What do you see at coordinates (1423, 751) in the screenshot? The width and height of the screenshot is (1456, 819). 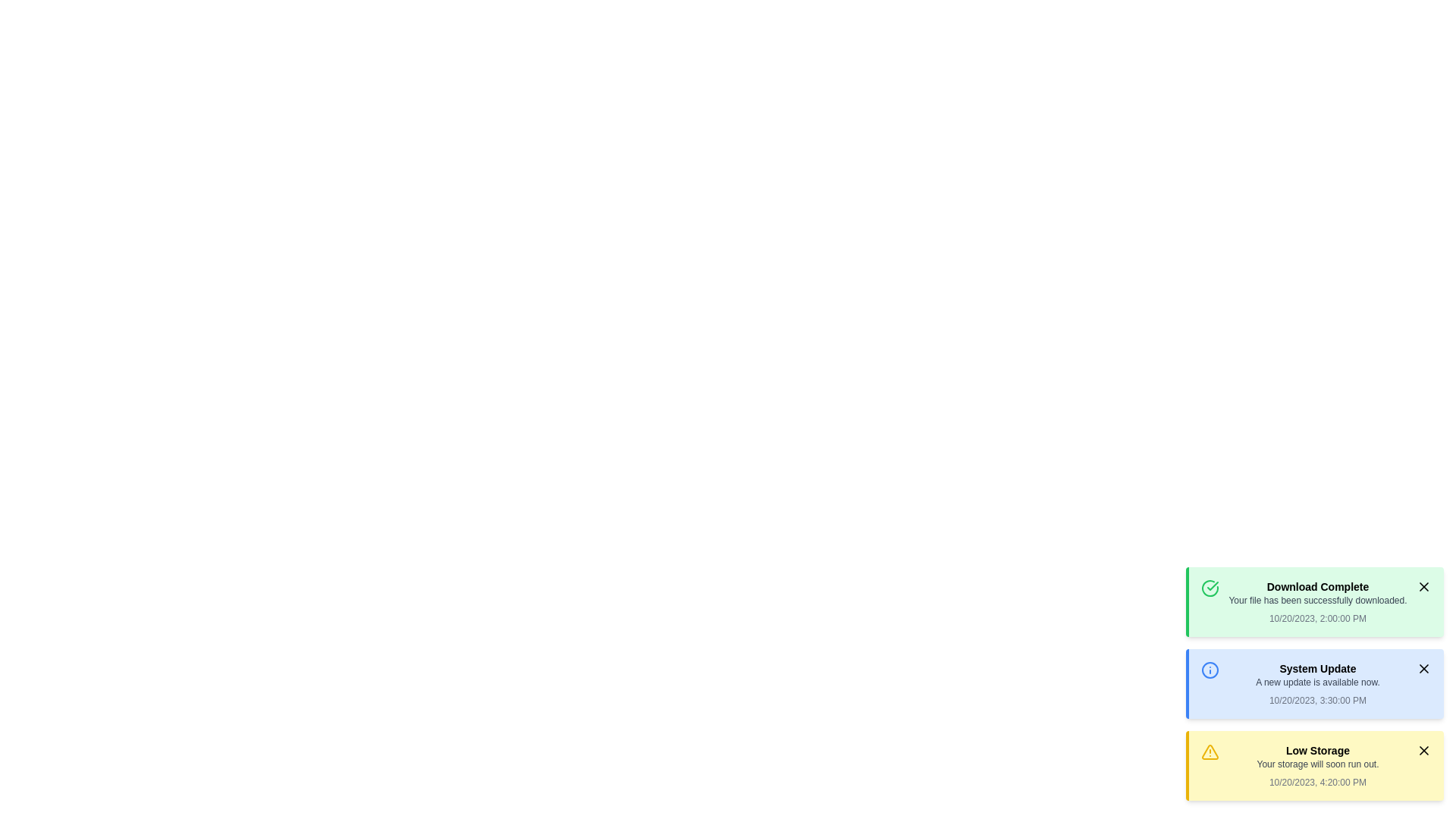 I see `the close button icon resembling an 'X' at the top-right corner of the yellow notification box indicating low storage to change its color to red` at bounding box center [1423, 751].